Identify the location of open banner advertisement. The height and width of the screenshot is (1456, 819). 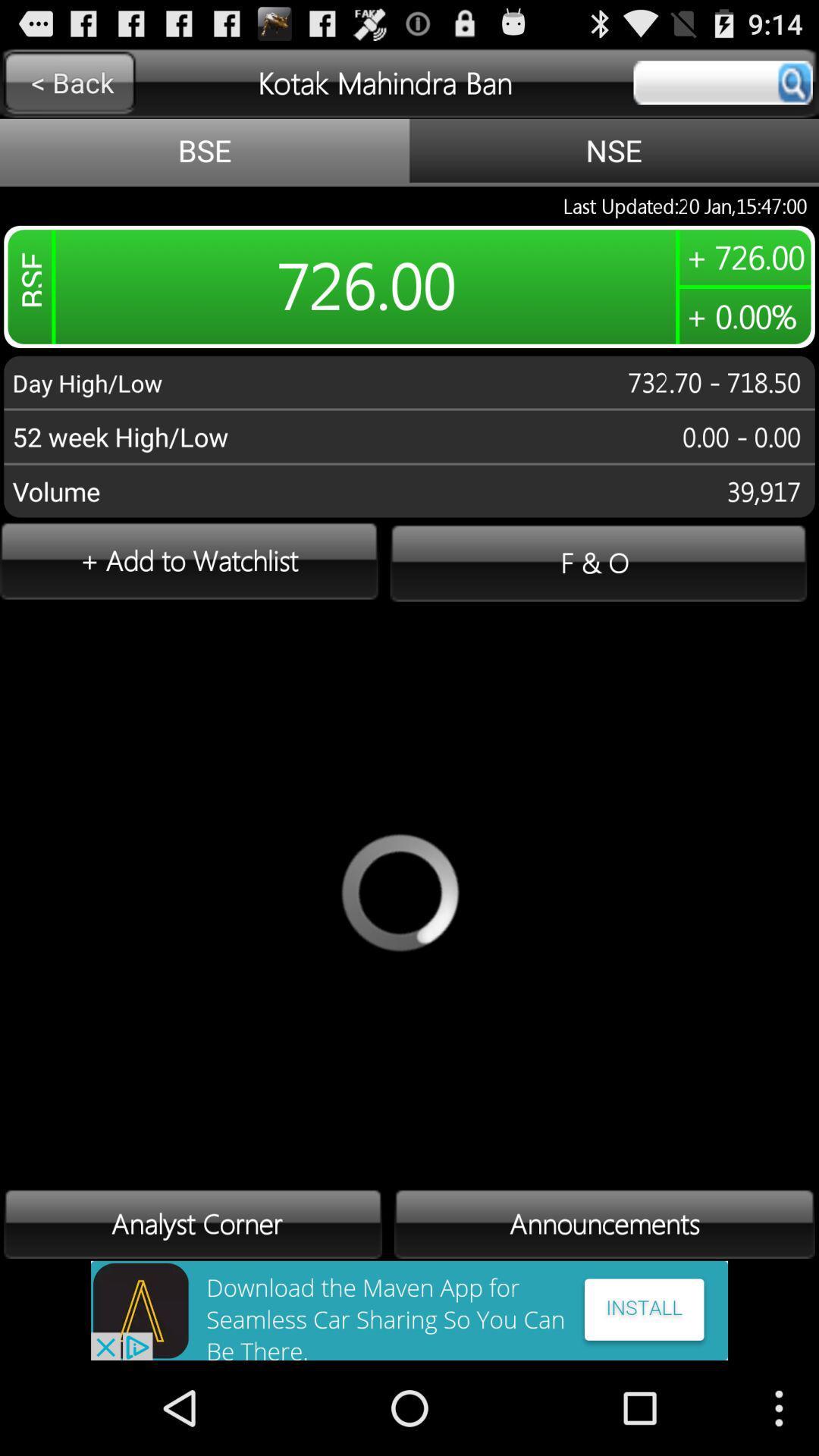
(409, 1310).